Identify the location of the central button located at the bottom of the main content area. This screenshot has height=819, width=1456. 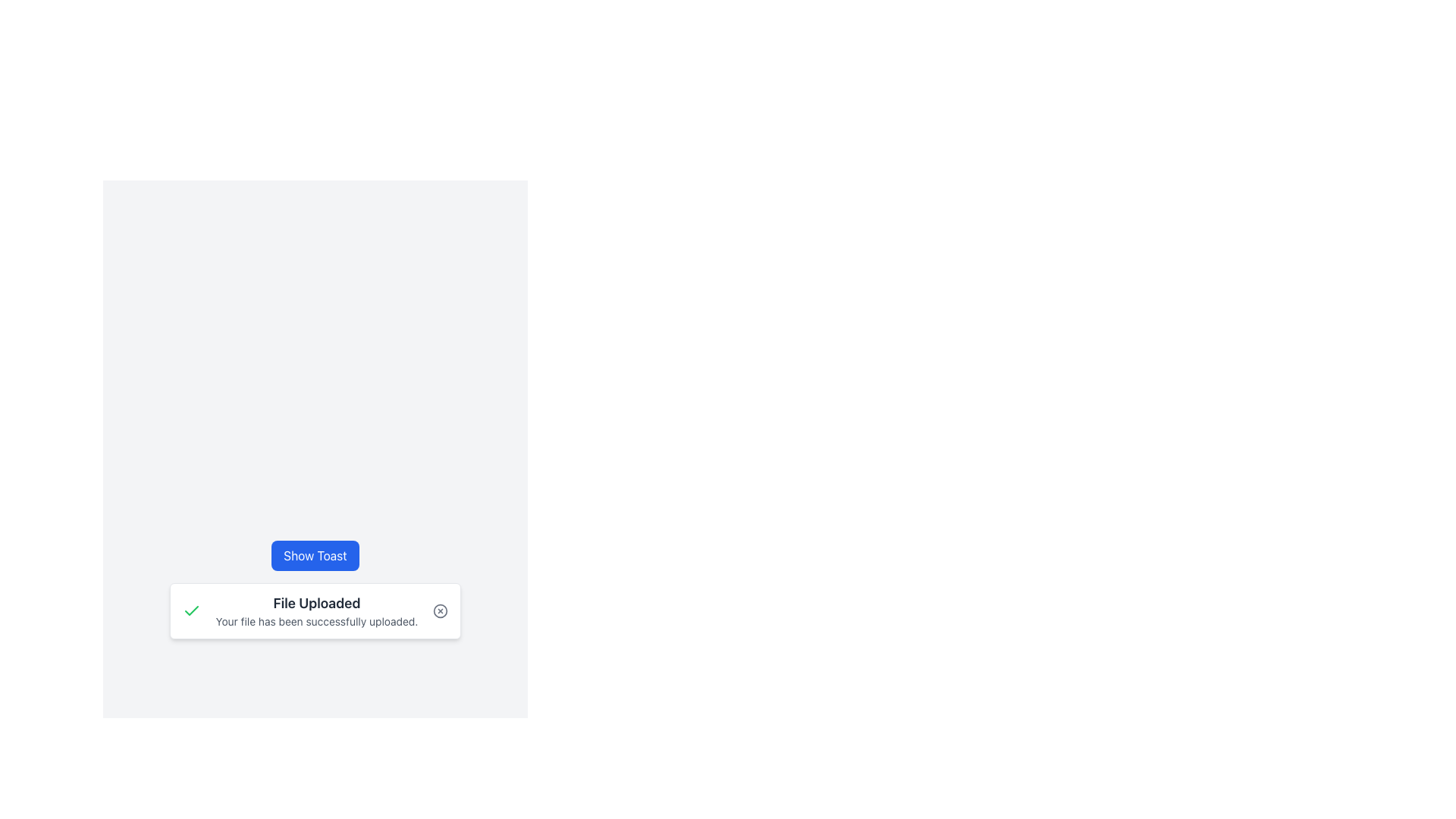
(315, 555).